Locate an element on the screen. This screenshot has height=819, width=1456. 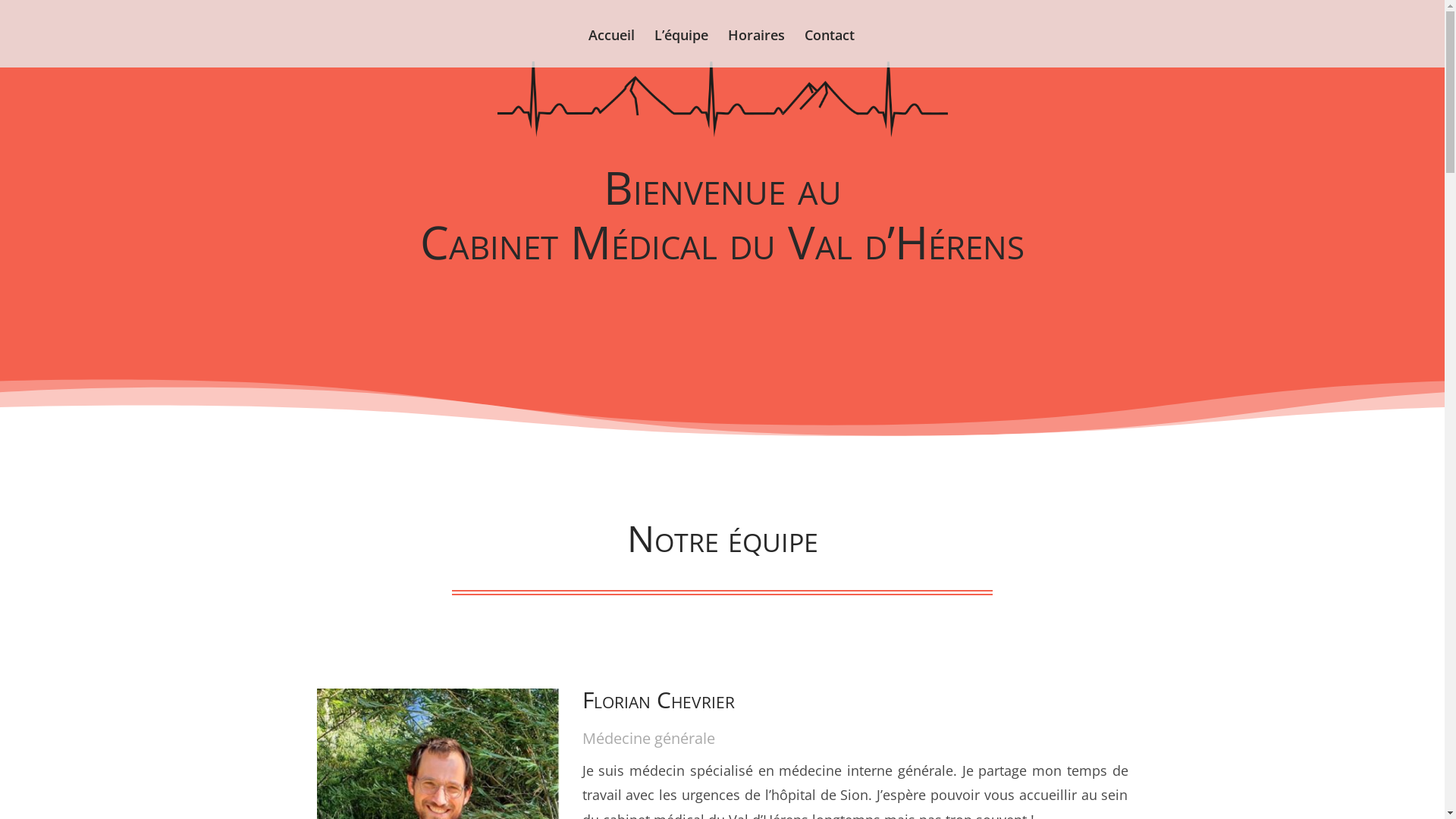
'Contact' is located at coordinates (829, 48).